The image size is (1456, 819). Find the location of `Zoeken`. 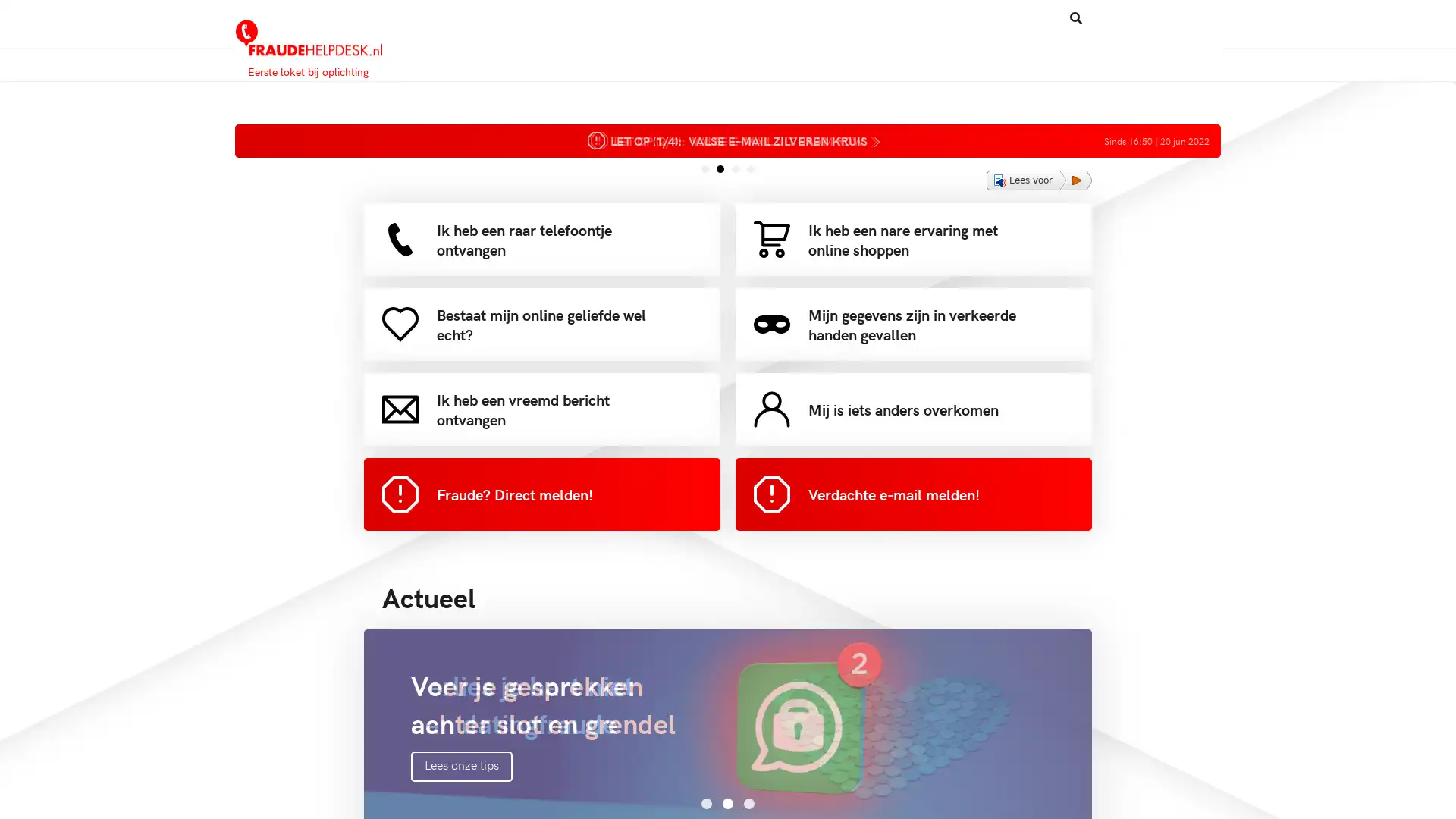

Zoeken is located at coordinates (1015, 17).